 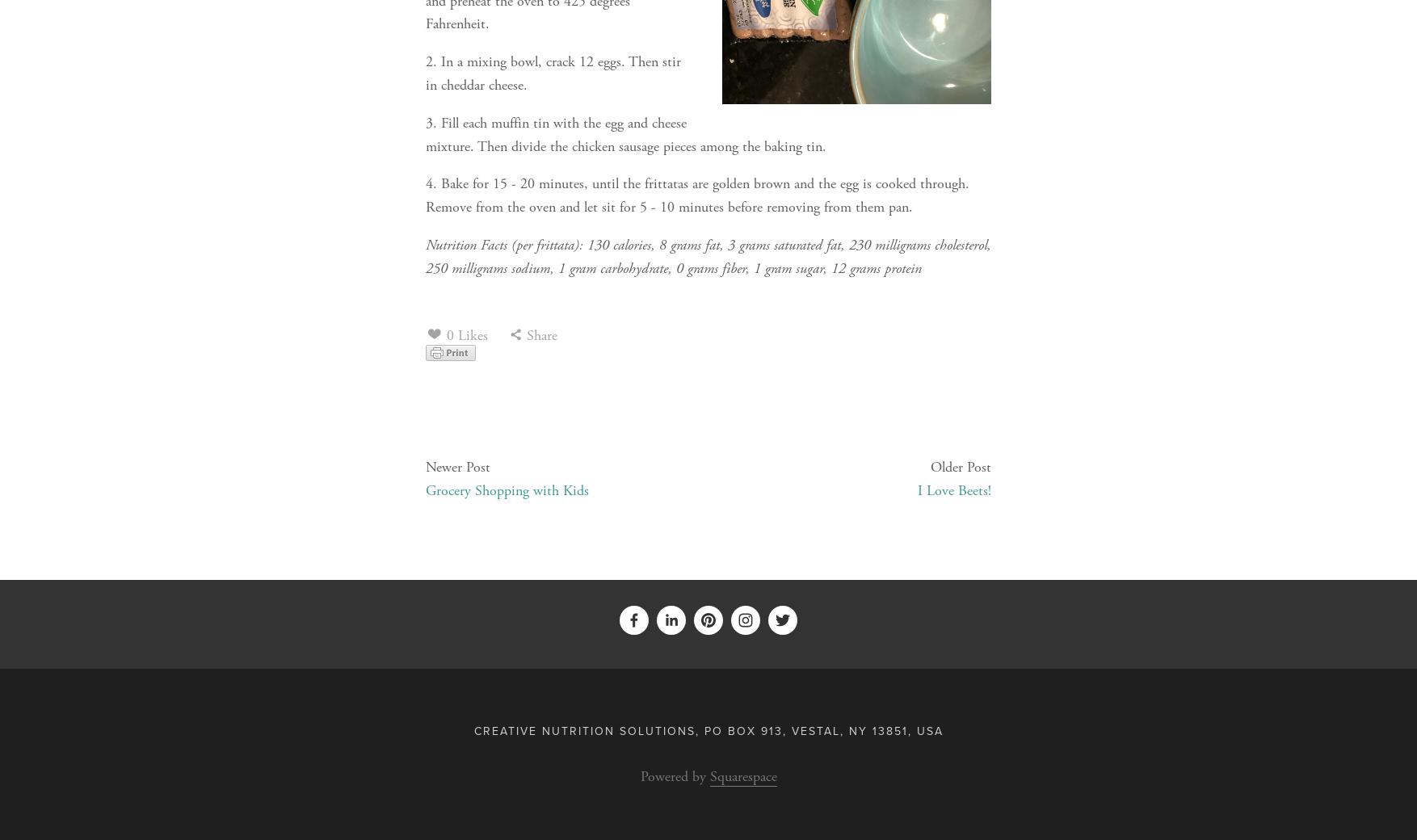 I want to click on '0 Likes', so click(x=447, y=334).